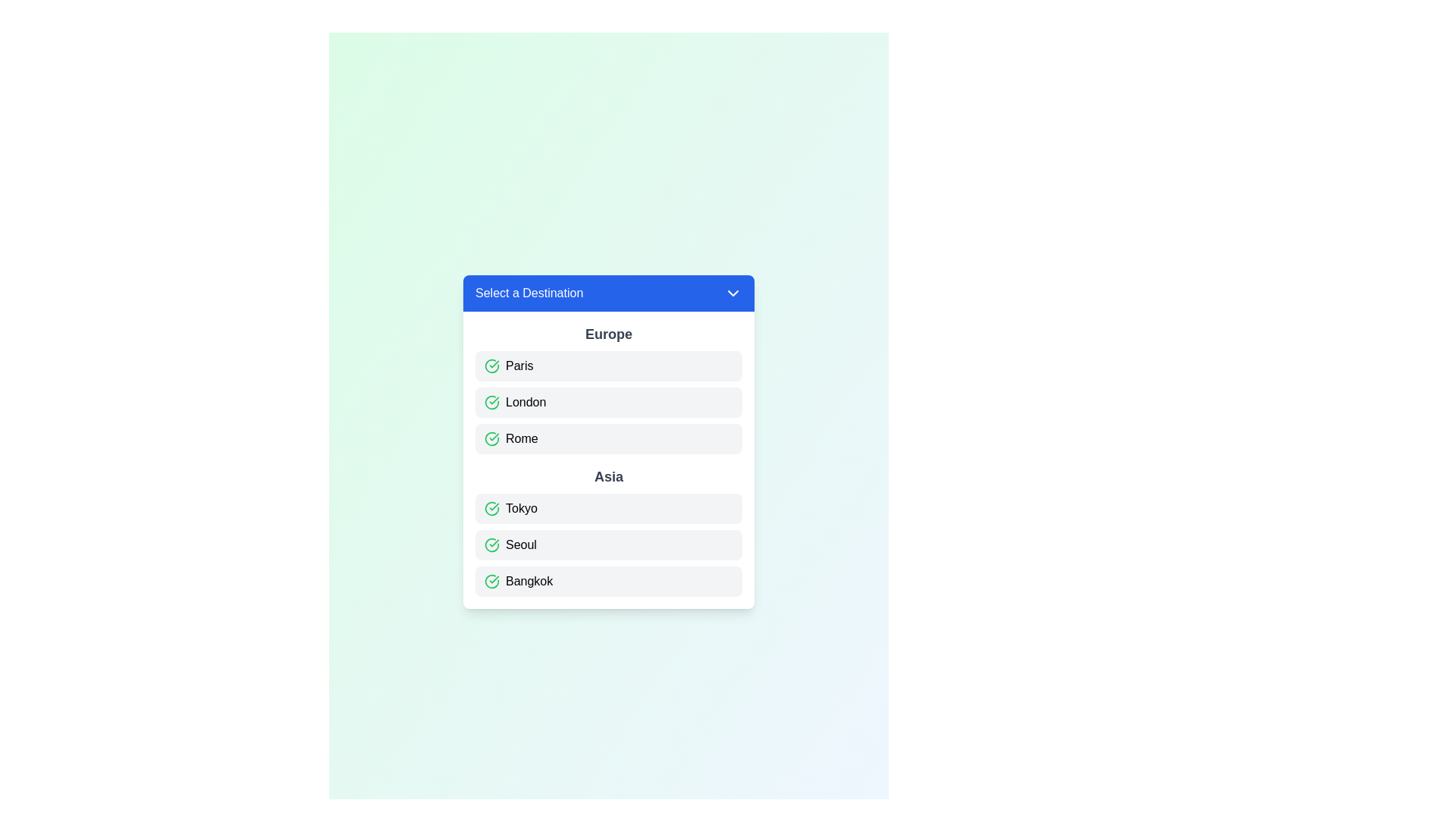 The height and width of the screenshot is (819, 1456). What do you see at coordinates (608, 544) in the screenshot?
I see `the interactive selection button for the city 'Seoul', which is the second option in the list of Asian cities under the 'Asia' section` at bounding box center [608, 544].